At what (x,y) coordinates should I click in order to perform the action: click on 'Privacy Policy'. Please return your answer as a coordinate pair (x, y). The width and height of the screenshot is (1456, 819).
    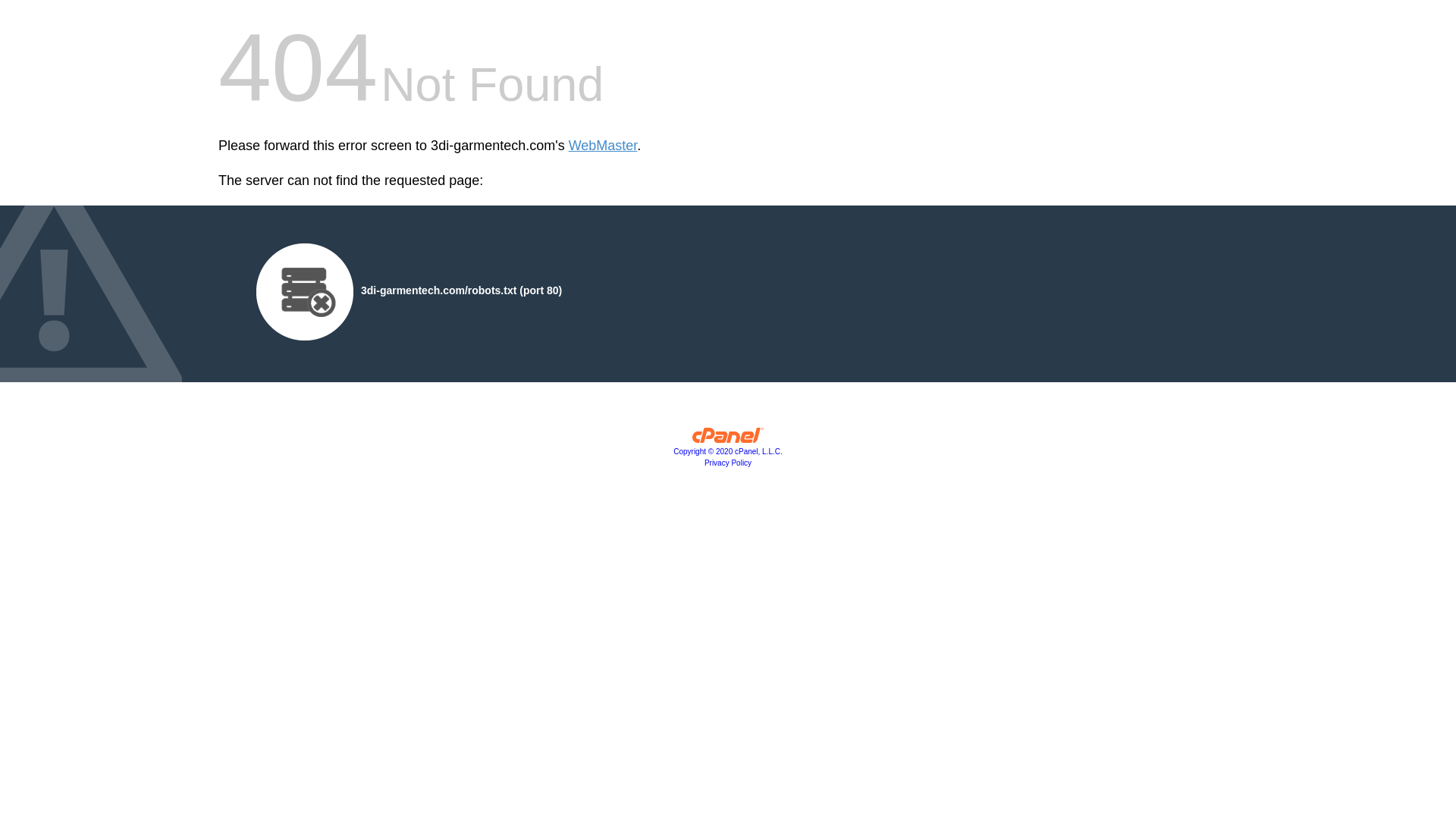
    Looking at the image, I should click on (728, 462).